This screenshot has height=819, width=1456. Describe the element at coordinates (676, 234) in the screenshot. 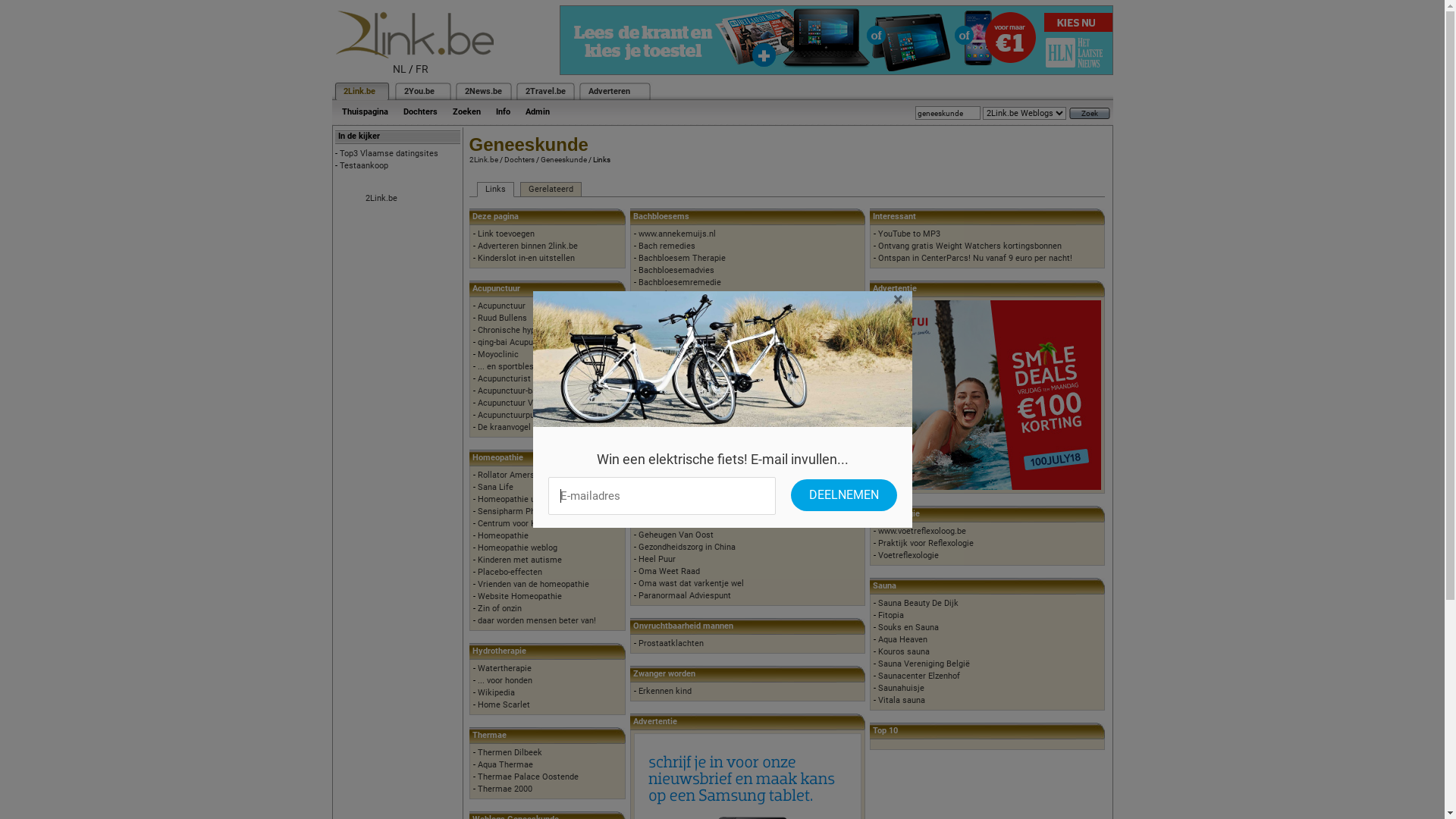

I see `'www.annekemuijs.nl'` at that location.